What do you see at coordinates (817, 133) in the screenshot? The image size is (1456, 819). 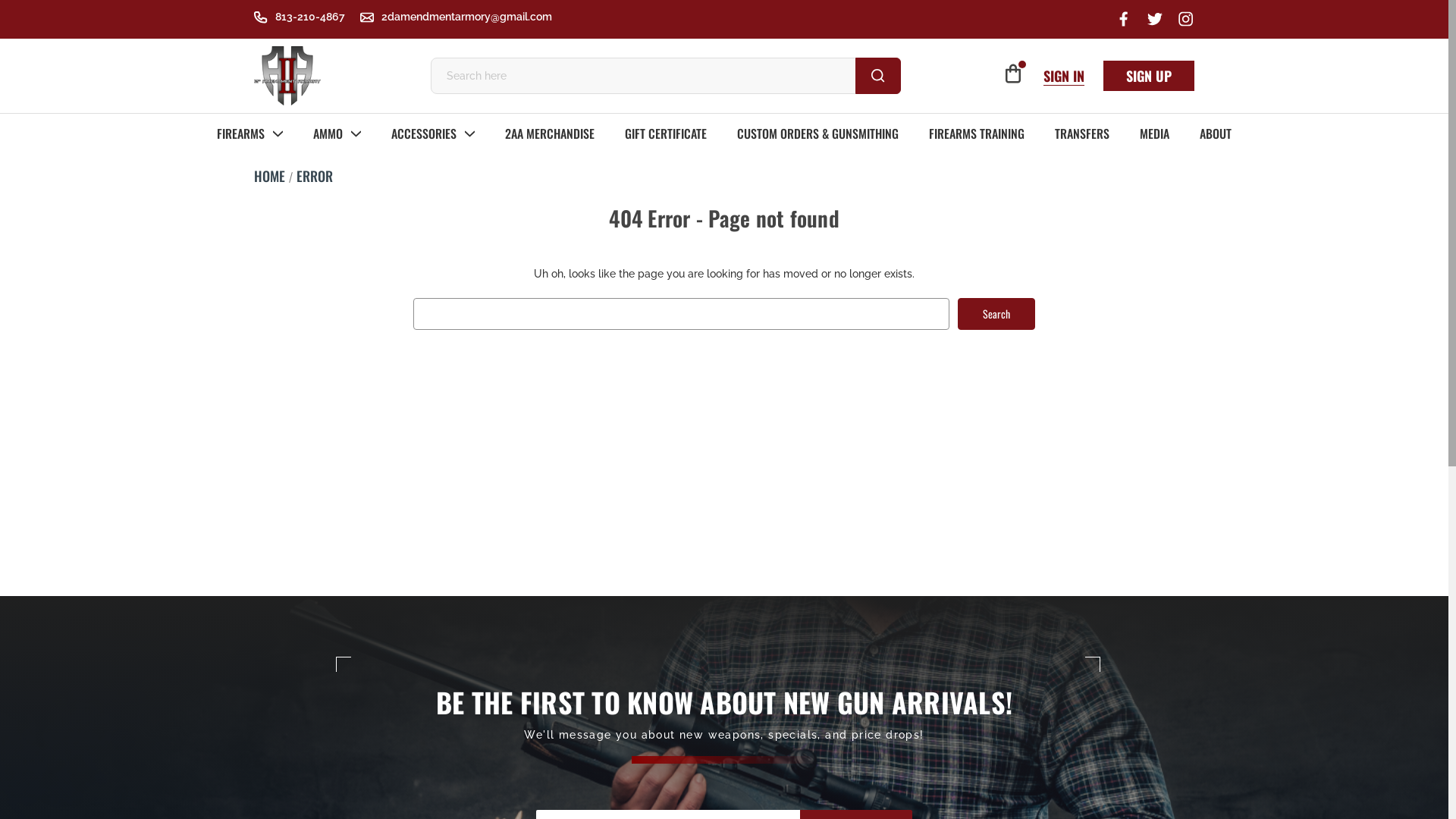 I see `'CUSTOM ORDERS & GUNSMITHING'` at bounding box center [817, 133].